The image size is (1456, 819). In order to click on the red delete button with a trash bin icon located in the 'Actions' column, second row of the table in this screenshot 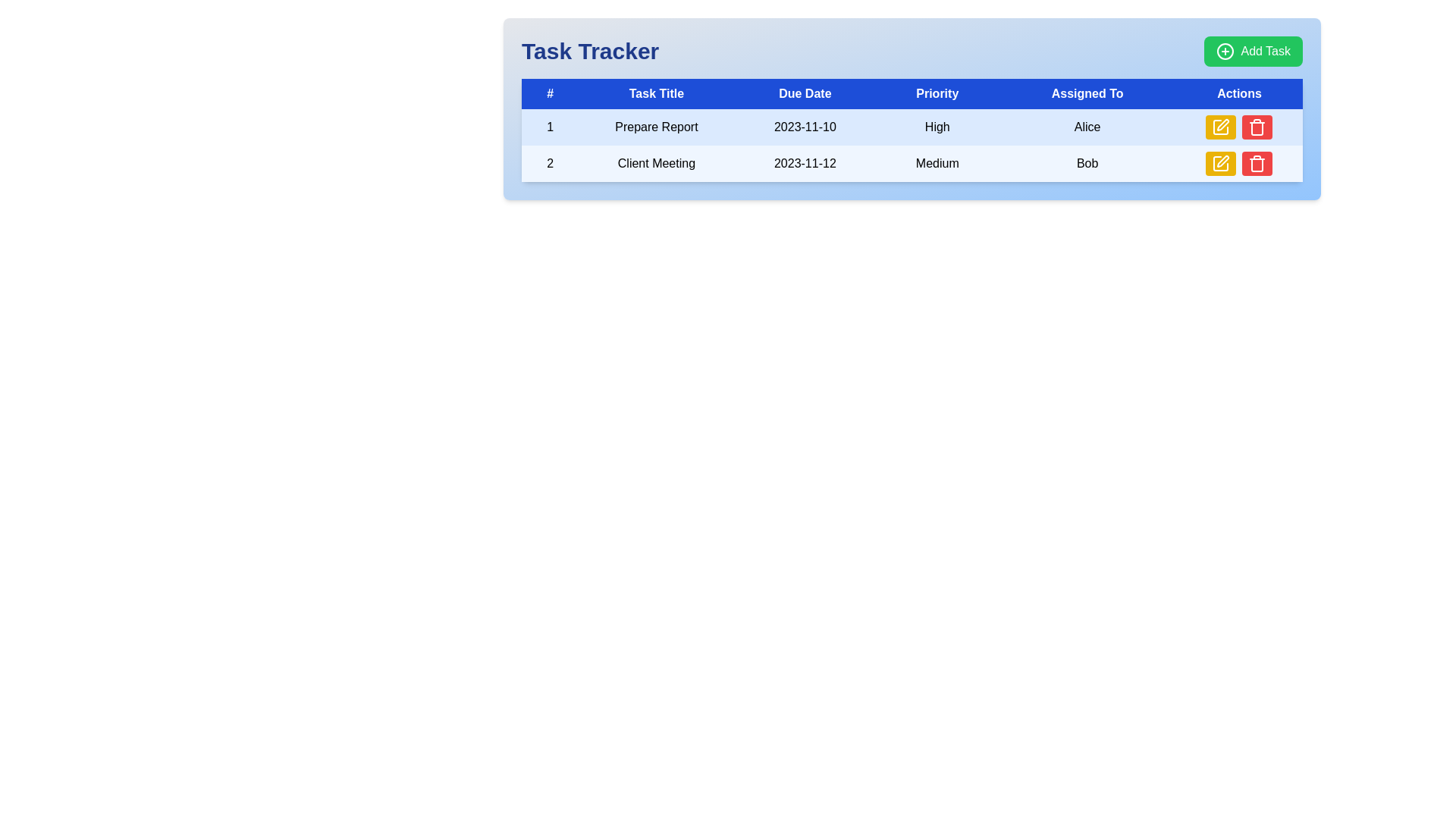, I will do `click(1257, 127)`.